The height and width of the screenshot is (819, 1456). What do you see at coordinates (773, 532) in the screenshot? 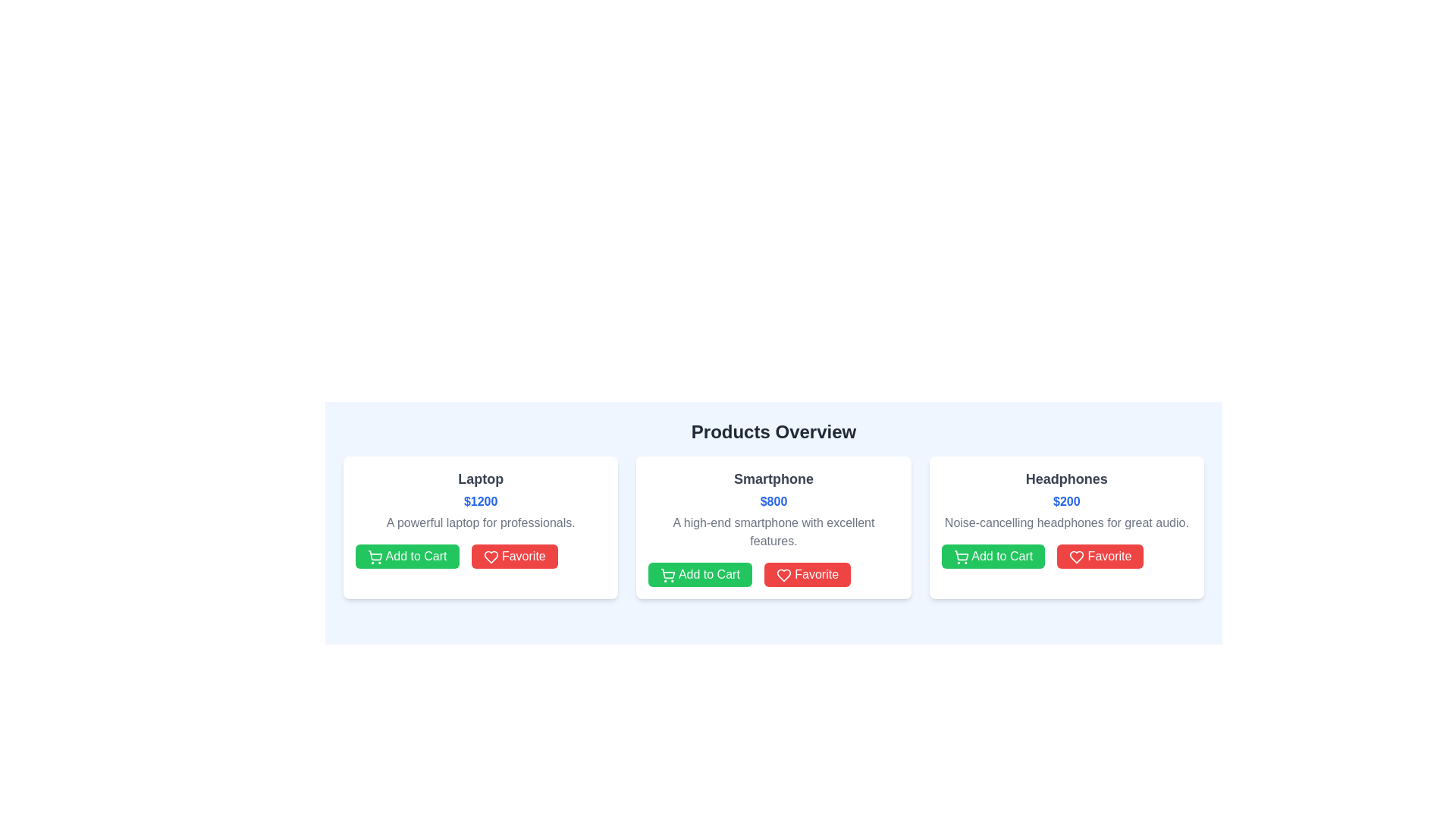
I see `the descriptive text label located within the card for the 'Smartphone' product, which is the third line beneath the price '$800.'` at bounding box center [773, 532].